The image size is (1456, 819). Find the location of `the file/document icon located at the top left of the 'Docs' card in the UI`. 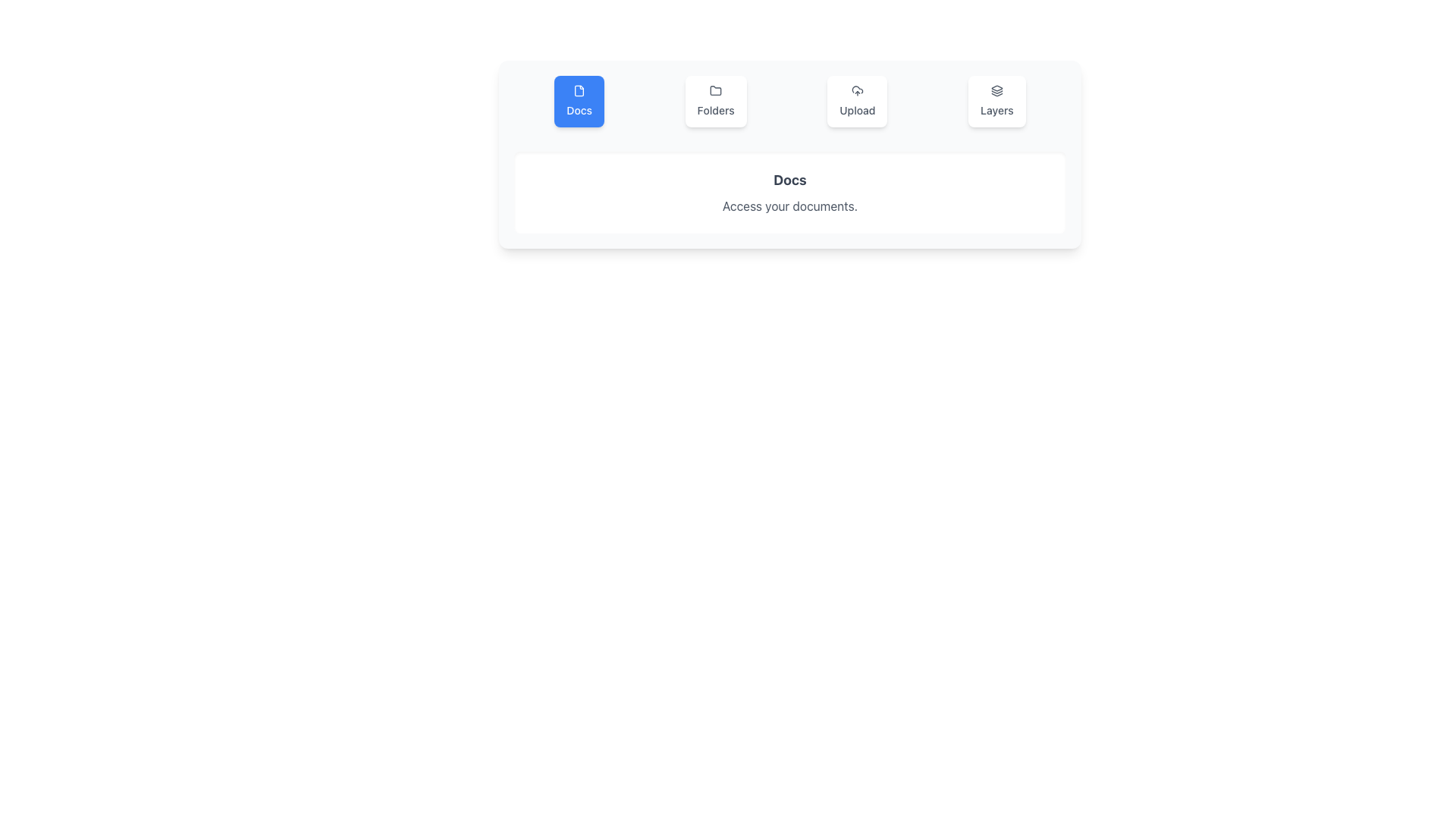

the file/document icon located at the top left of the 'Docs' card in the UI is located at coordinates (579, 90).